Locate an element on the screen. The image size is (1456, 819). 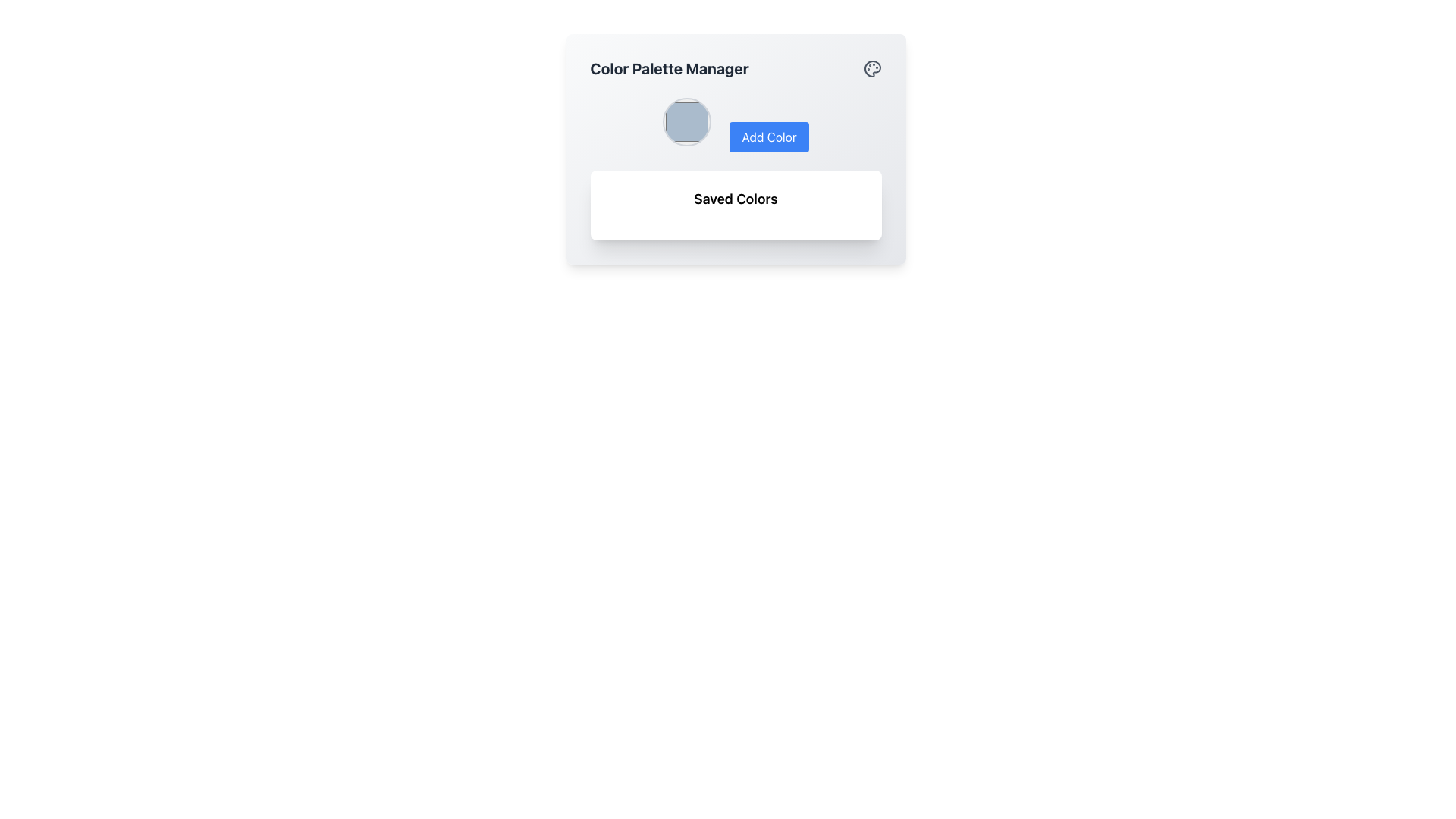
the graphical icon that resembles a paint palette with multiple embedded circles, located at the upper-right corner of the graphical panel, adjacent to the 'Color Palette Manager' heading is located at coordinates (872, 69).